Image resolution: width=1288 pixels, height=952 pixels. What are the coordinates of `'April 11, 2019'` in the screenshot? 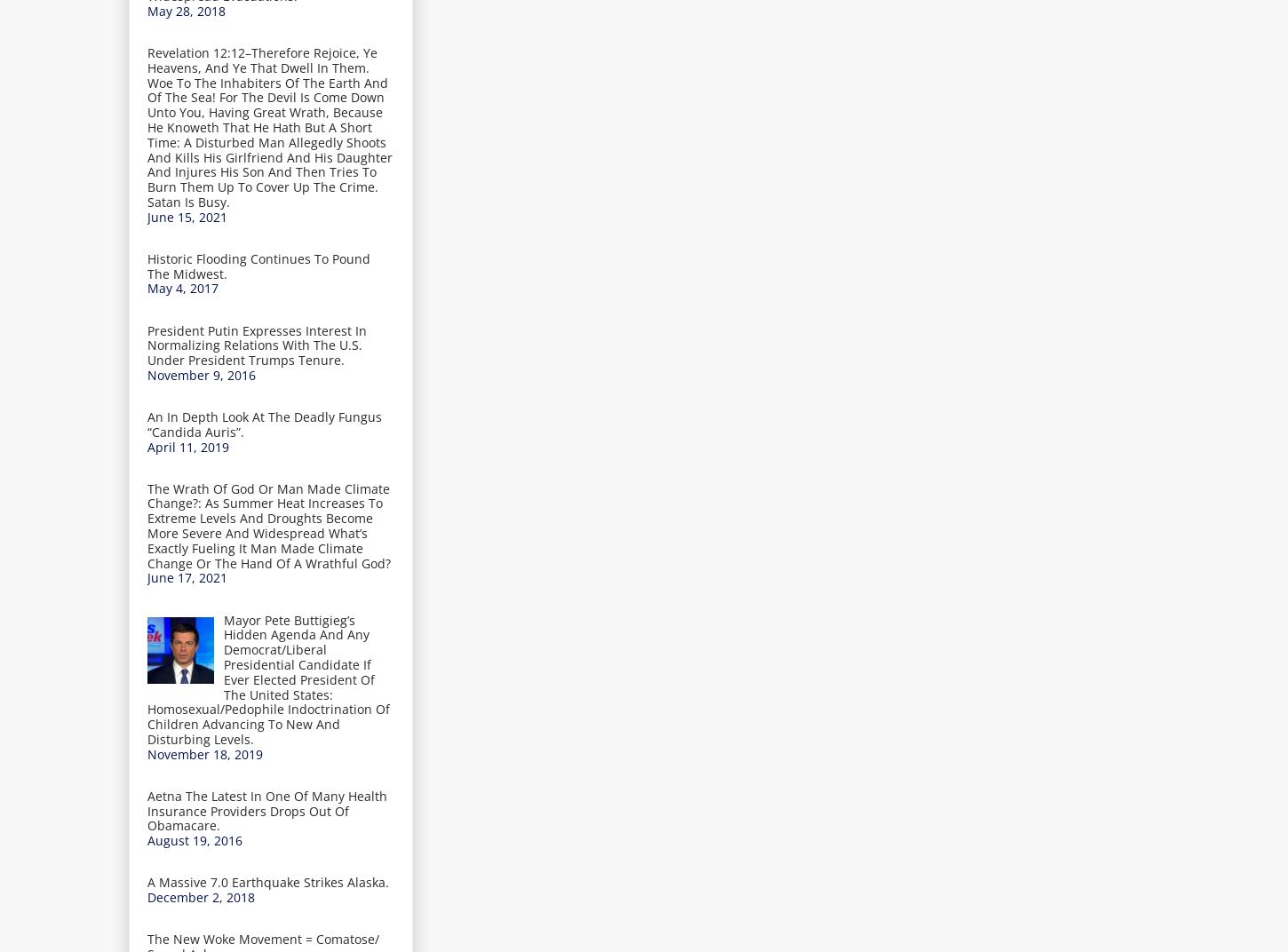 It's located at (187, 446).